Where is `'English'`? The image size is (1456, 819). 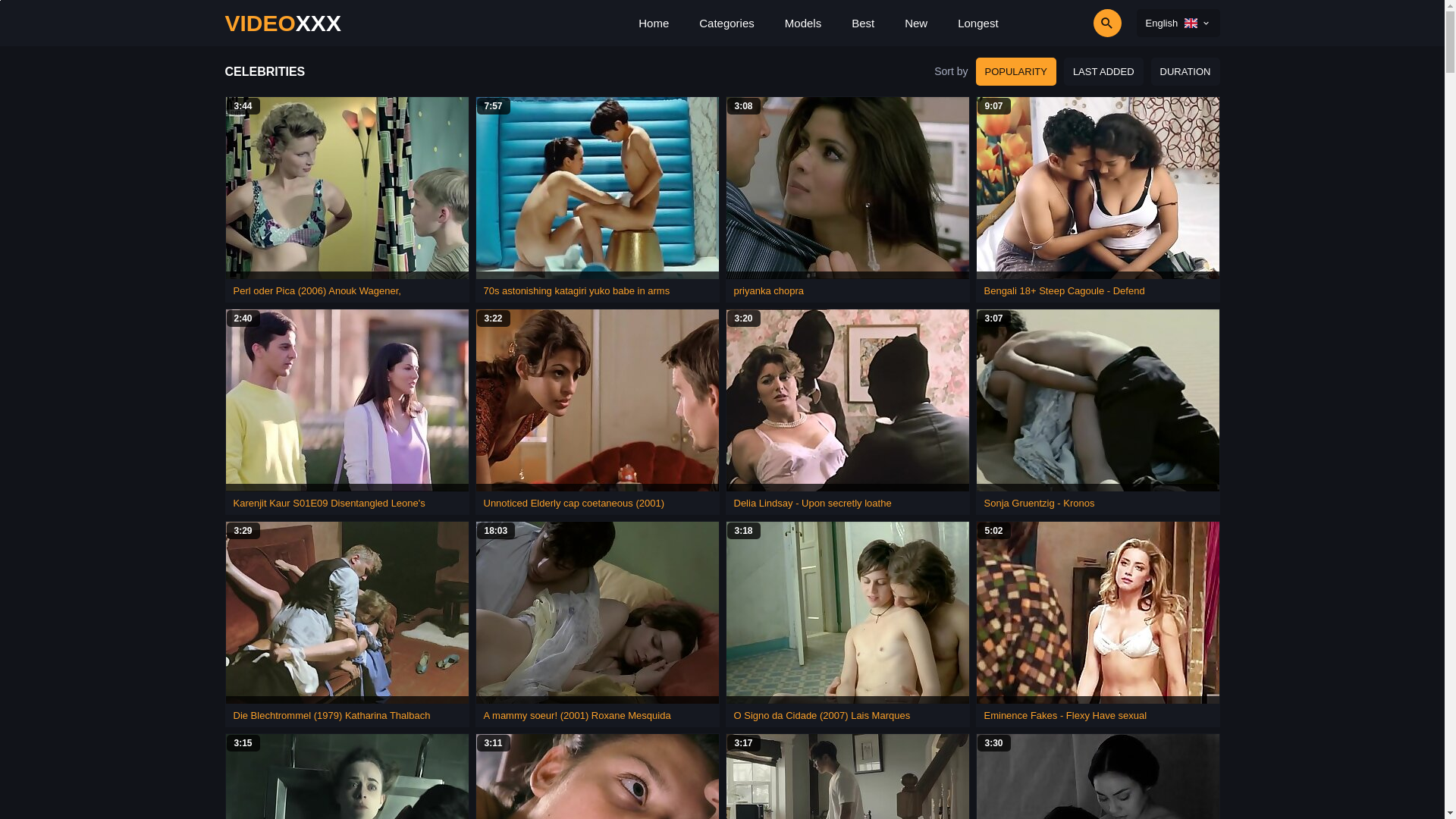
'English' is located at coordinates (1136, 23).